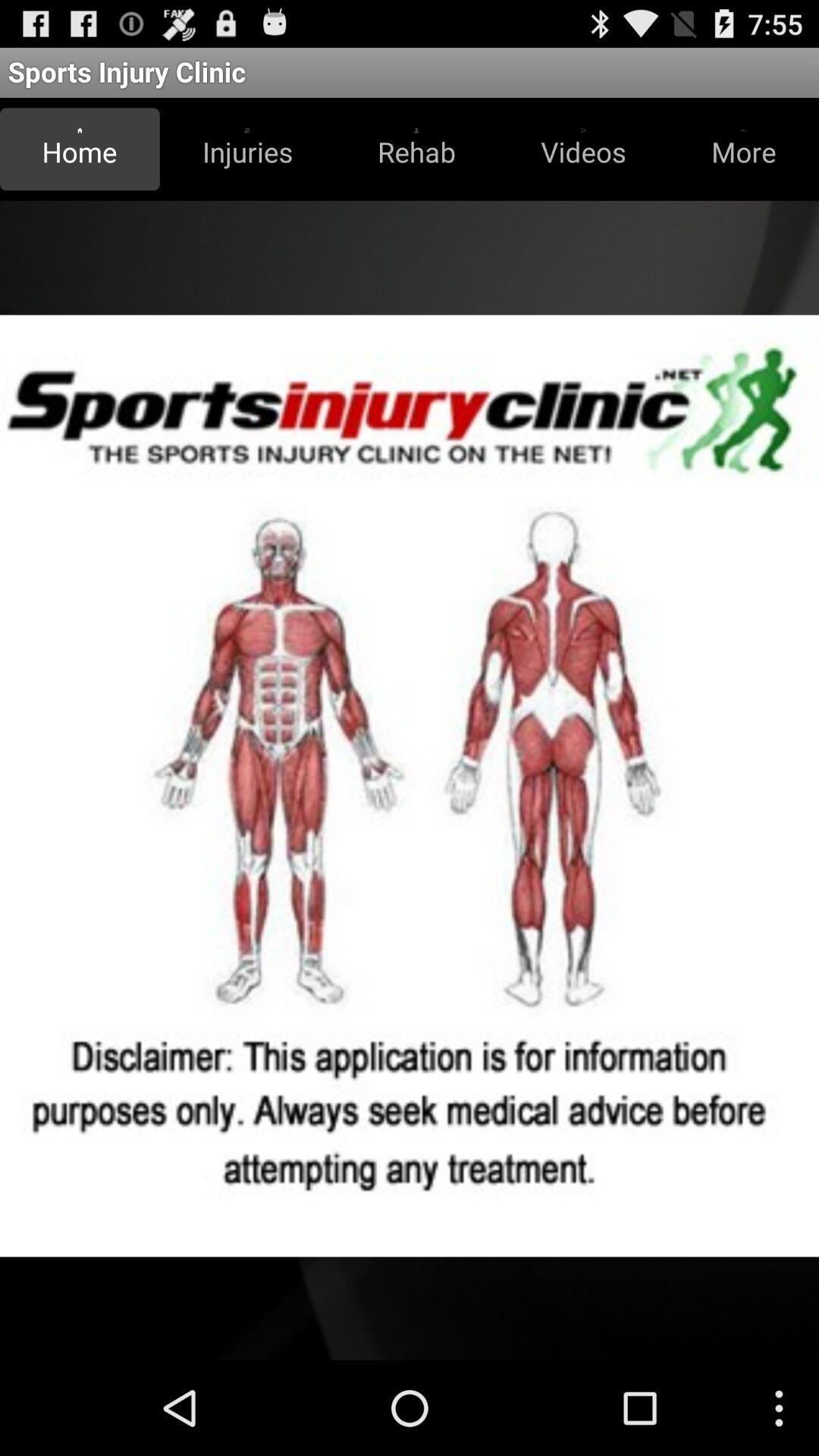  What do you see at coordinates (246, 149) in the screenshot?
I see `item to the right of home` at bounding box center [246, 149].